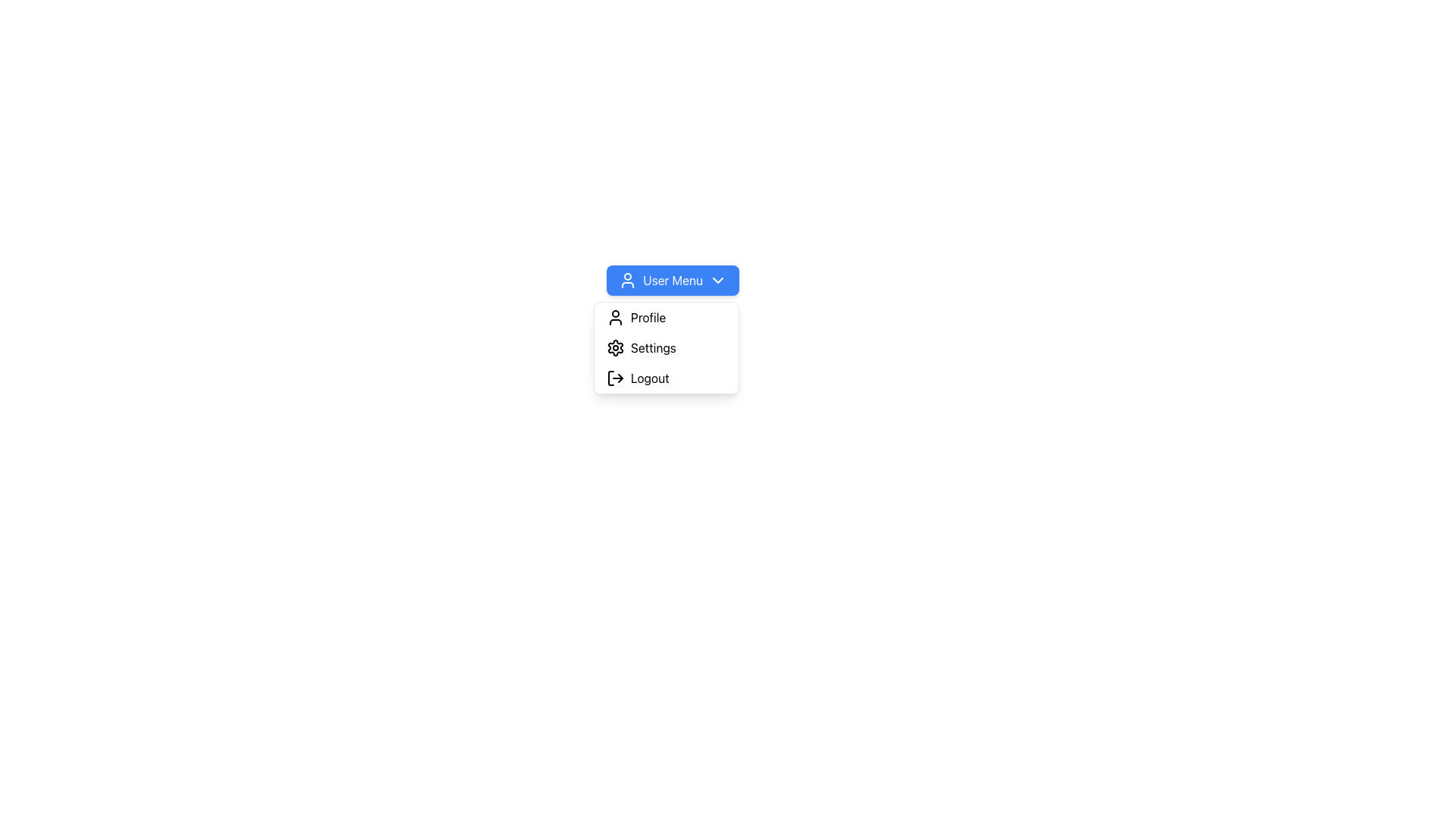 The image size is (1456, 819). Describe the element at coordinates (666, 348) in the screenshot. I see `the 'Settings' button, which has a gear icon and is positioned as the second option in the dropdown menu under 'User Menu'` at that location.